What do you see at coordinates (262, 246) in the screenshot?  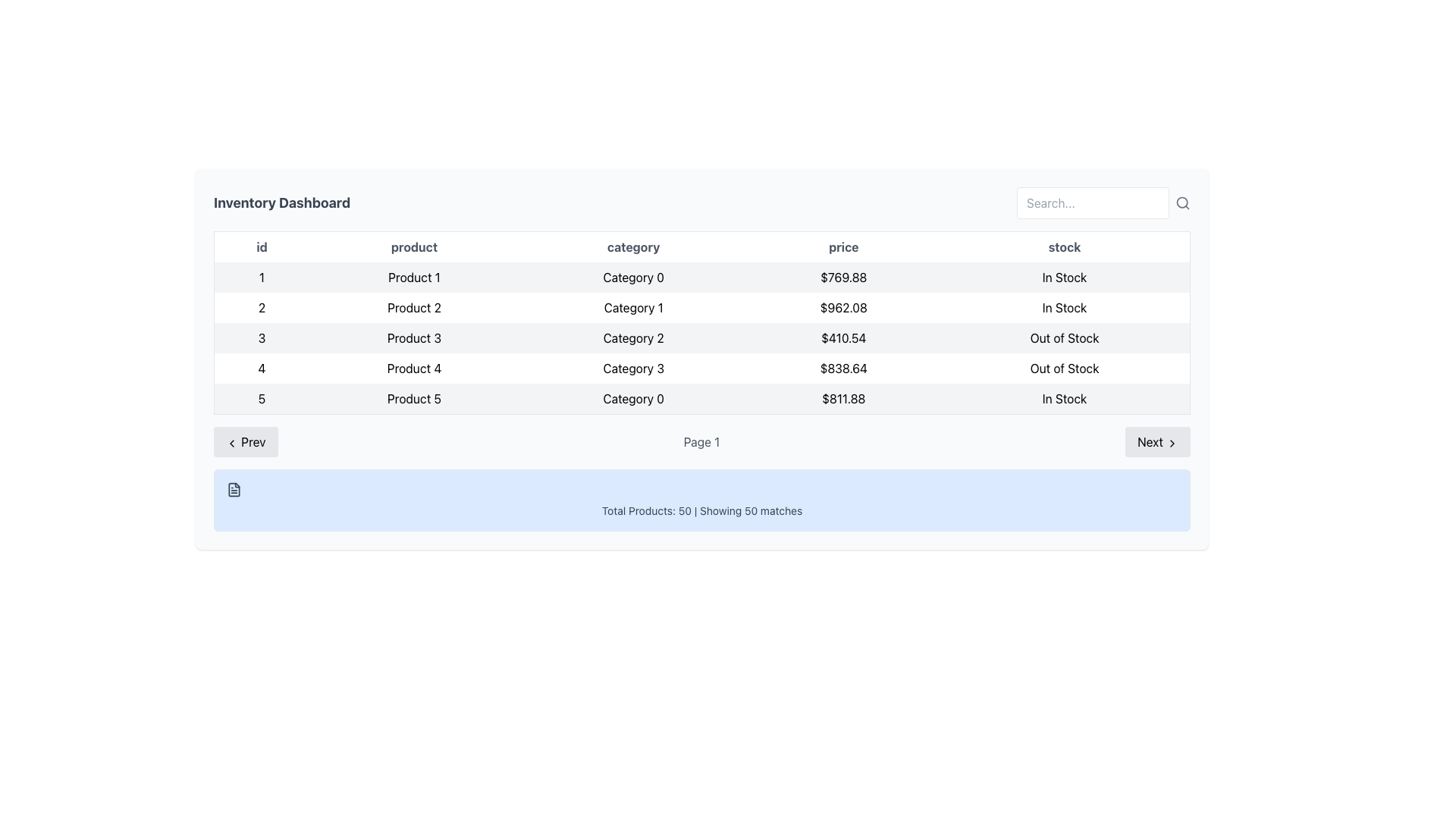 I see `text label 'id' located in the header row of the table, which is positioned at the top-left corner of the tabular data section` at bounding box center [262, 246].